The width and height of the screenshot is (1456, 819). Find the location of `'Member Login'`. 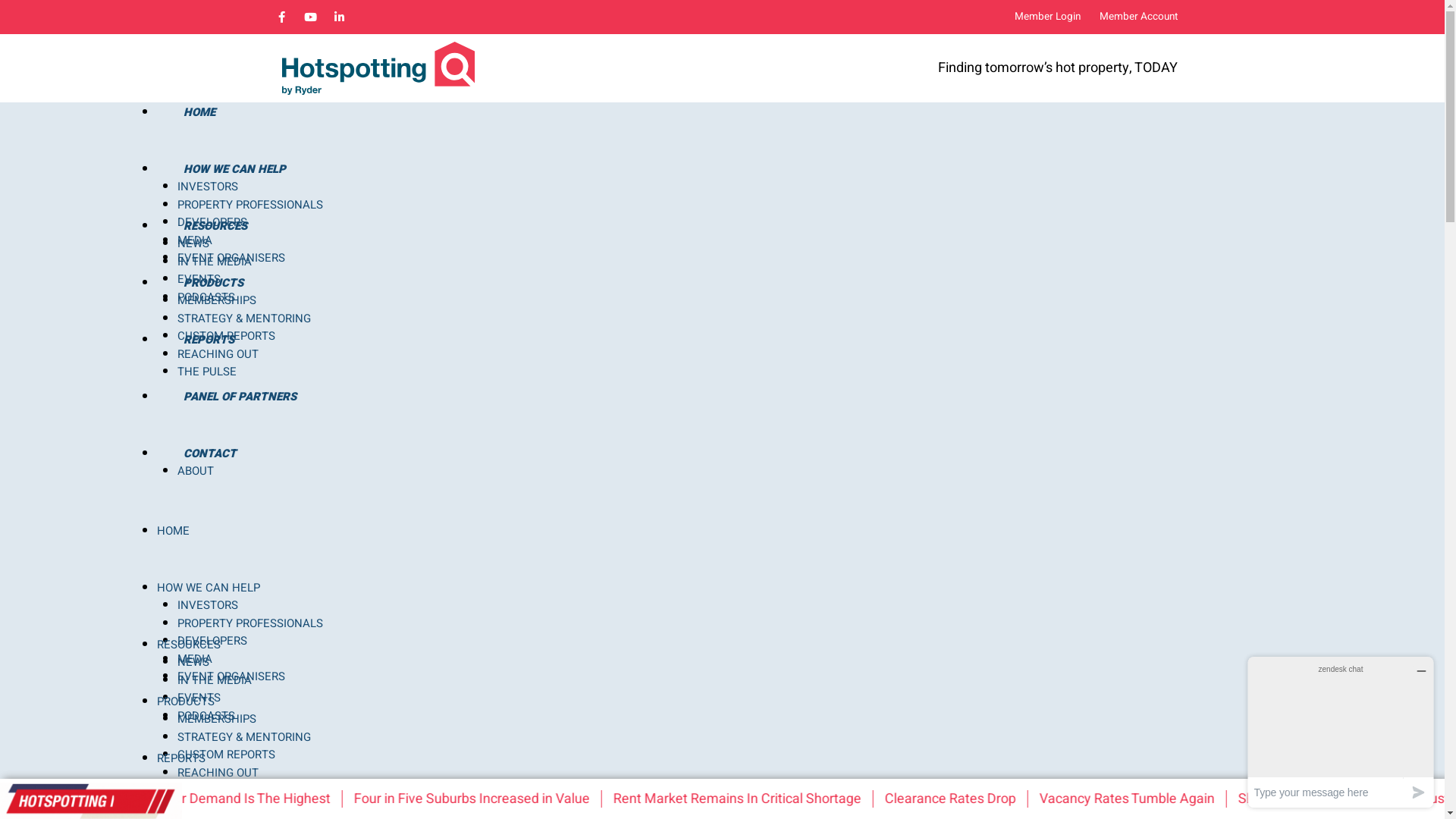

'Member Login' is located at coordinates (1046, 17).